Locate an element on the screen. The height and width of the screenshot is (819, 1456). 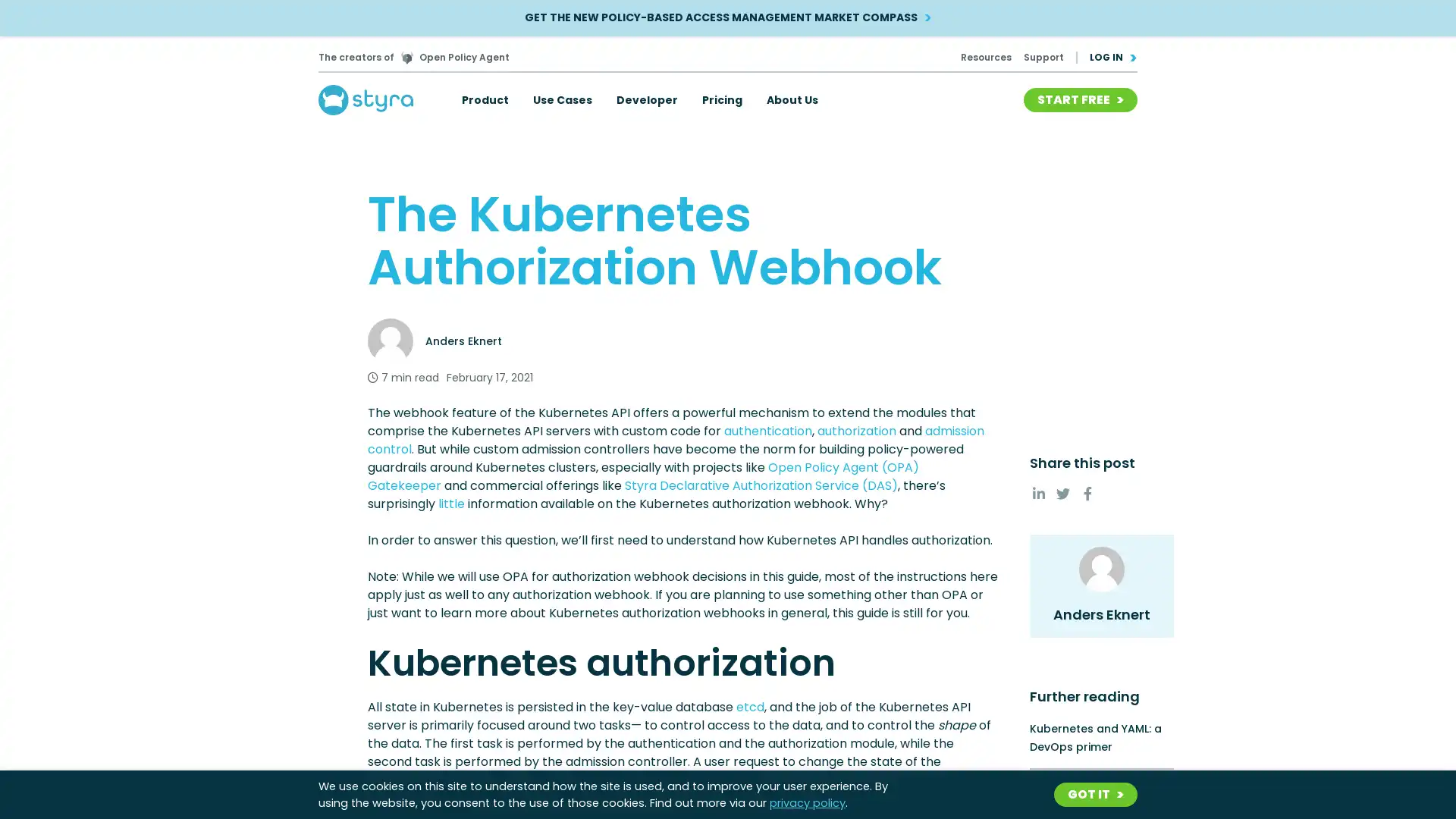
GOT IT > is located at coordinates (1095, 794).